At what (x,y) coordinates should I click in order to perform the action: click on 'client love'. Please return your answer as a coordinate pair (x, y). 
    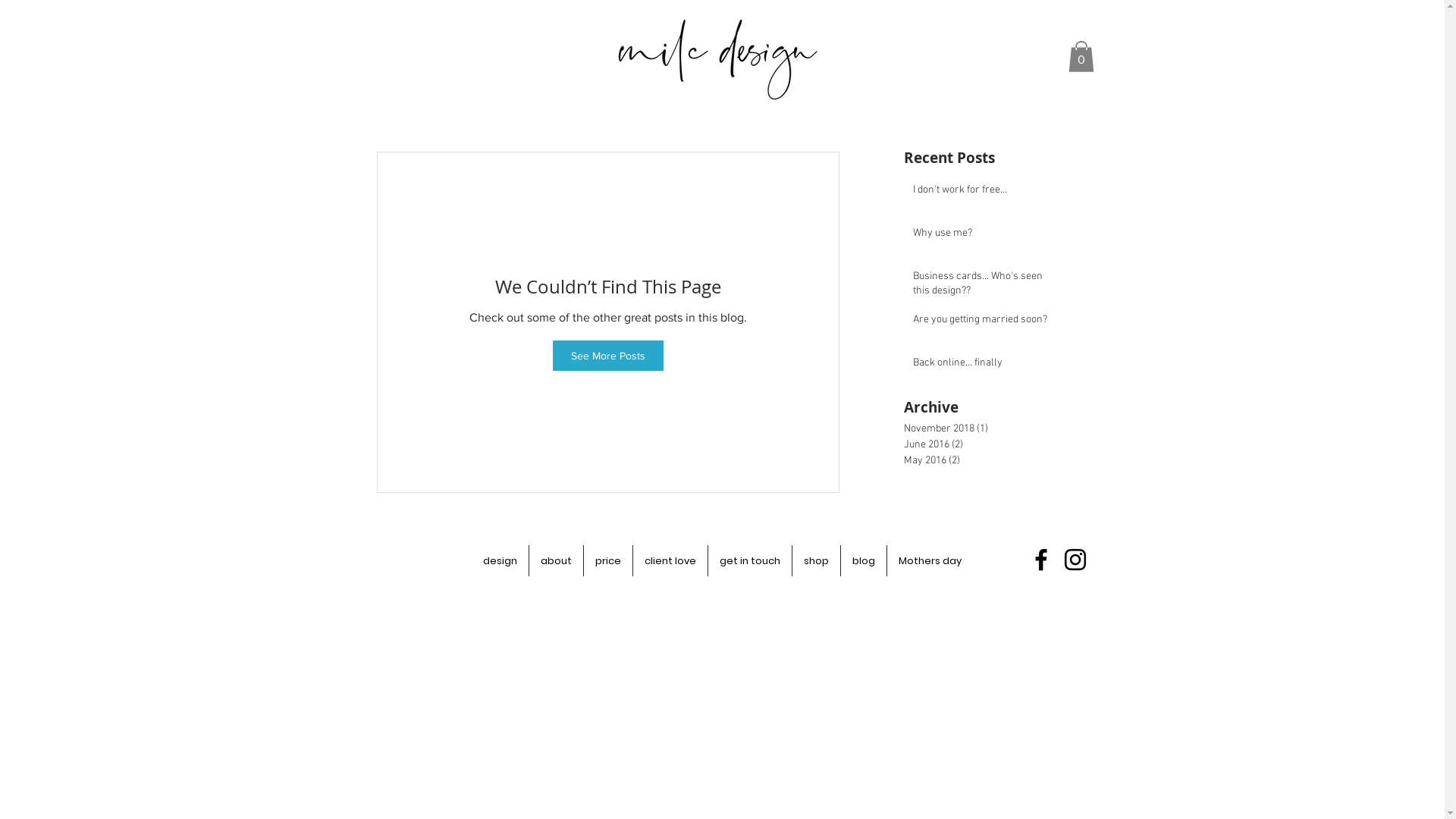
    Looking at the image, I should click on (669, 560).